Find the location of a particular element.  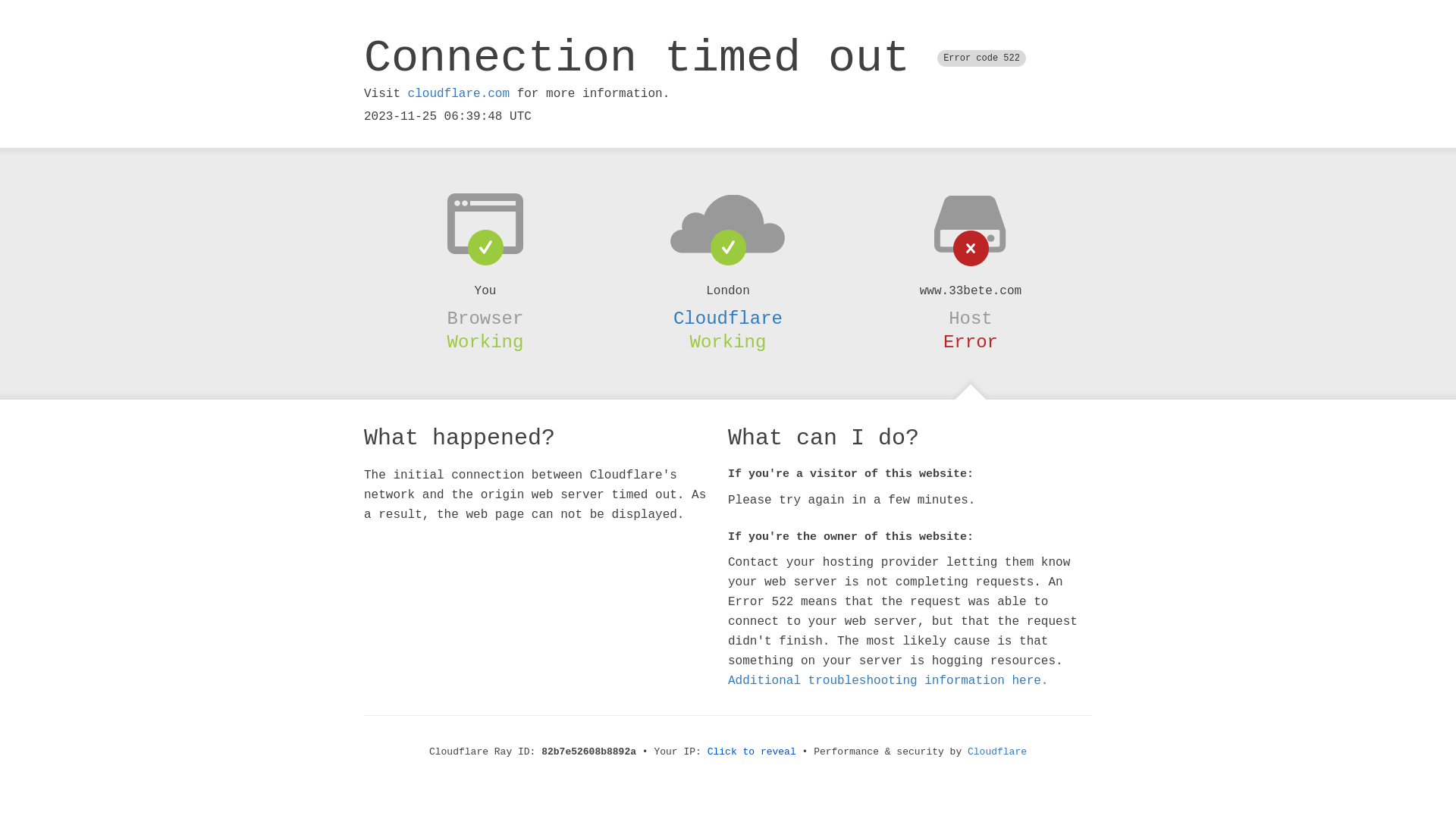

'Click to reveal' is located at coordinates (752, 752).